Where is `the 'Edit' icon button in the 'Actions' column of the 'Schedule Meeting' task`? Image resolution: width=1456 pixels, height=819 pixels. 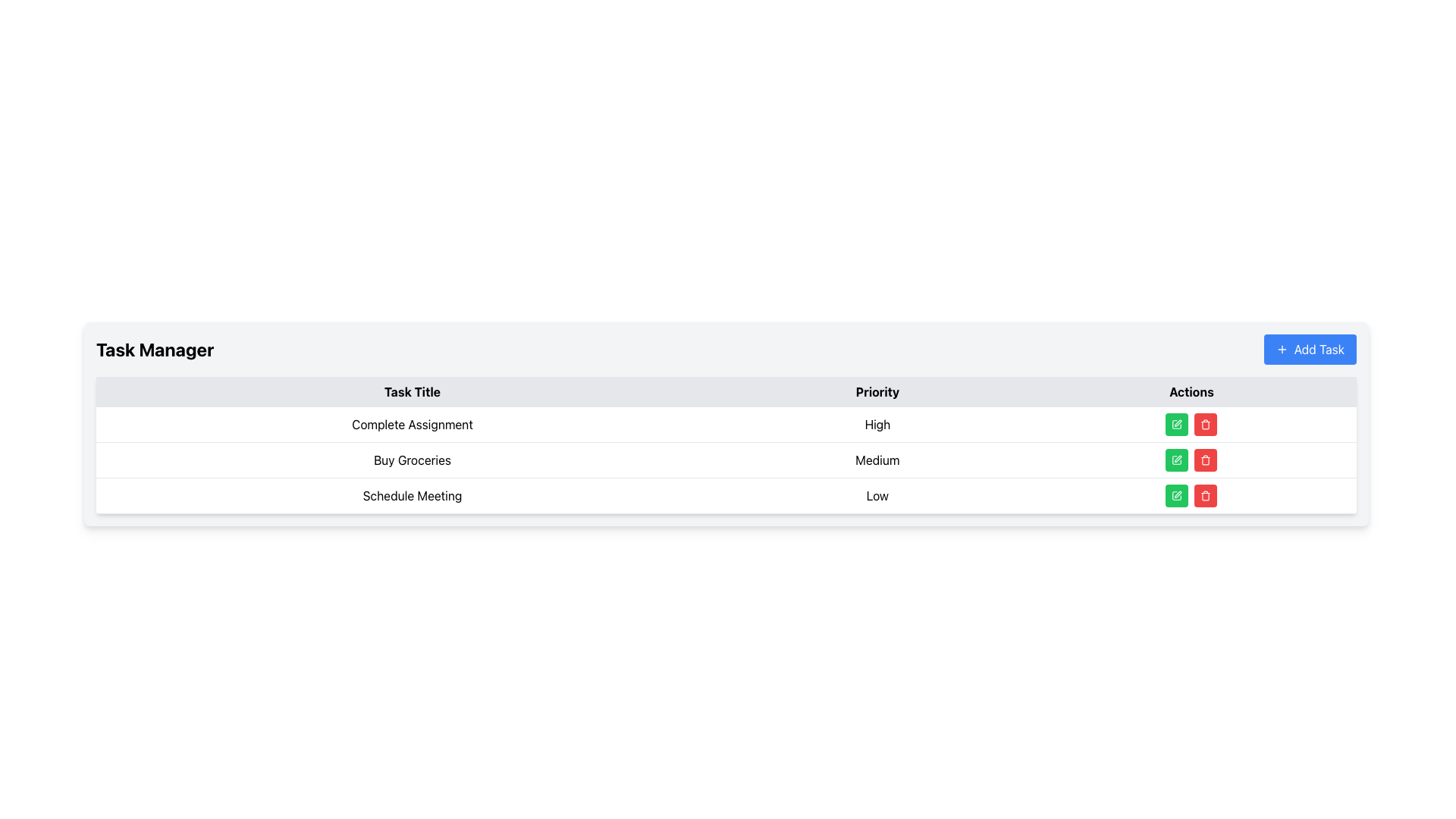
the 'Edit' icon button in the 'Actions' column of the 'Schedule Meeting' task is located at coordinates (1176, 496).